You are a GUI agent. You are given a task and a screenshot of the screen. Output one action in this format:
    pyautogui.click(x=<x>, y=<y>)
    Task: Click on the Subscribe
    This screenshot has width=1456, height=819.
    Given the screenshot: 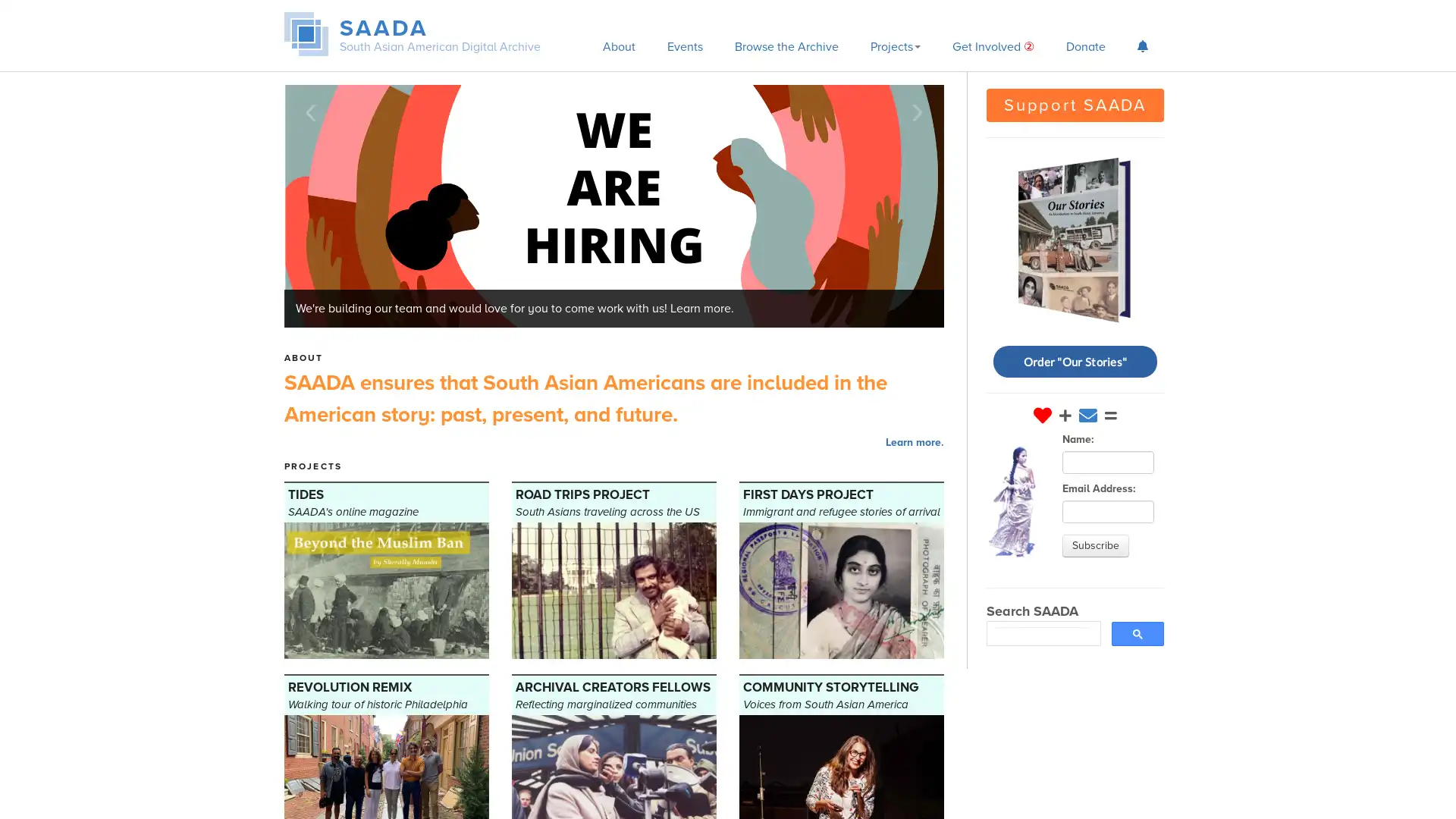 What is the action you would take?
    pyautogui.click(x=1095, y=546)
    